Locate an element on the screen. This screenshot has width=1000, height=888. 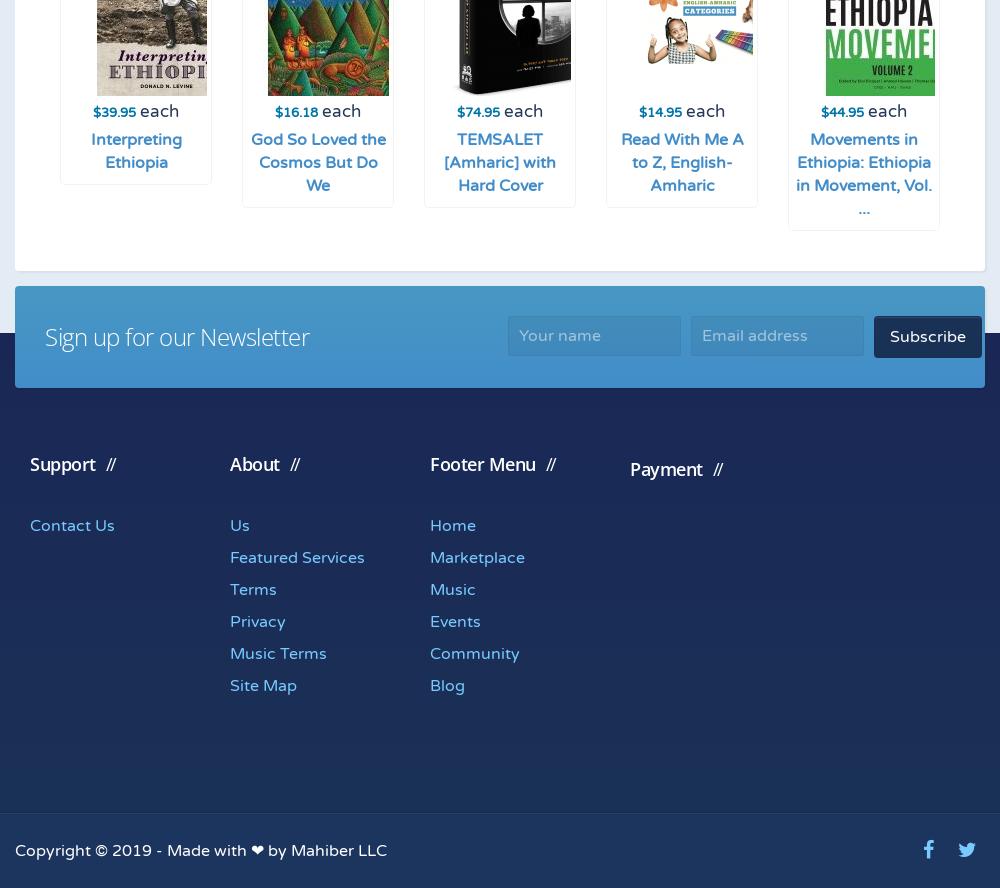
'Support' is located at coordinates (62, 463).